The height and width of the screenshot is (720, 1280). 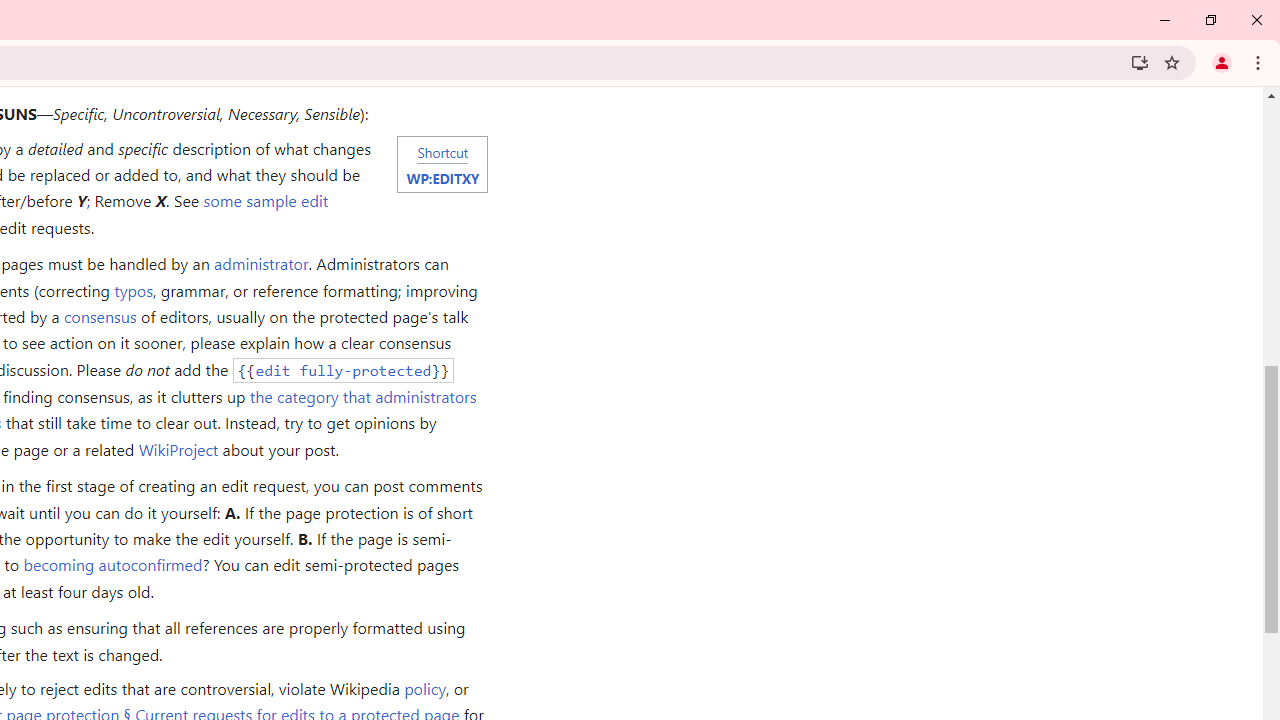 I want to click on 'WP:EDITXY', so click(x=441, y=176).